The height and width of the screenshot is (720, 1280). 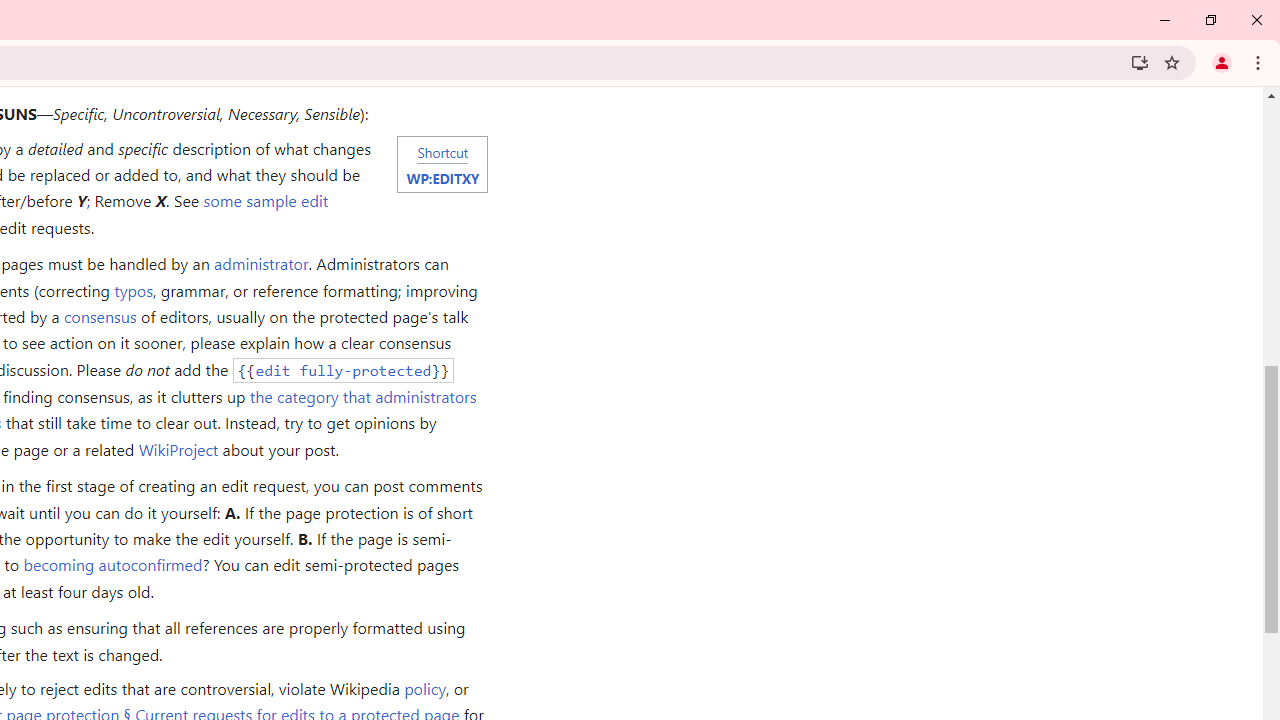 I want to click on 'WP:EDITXY', so click(x=441, y=176).